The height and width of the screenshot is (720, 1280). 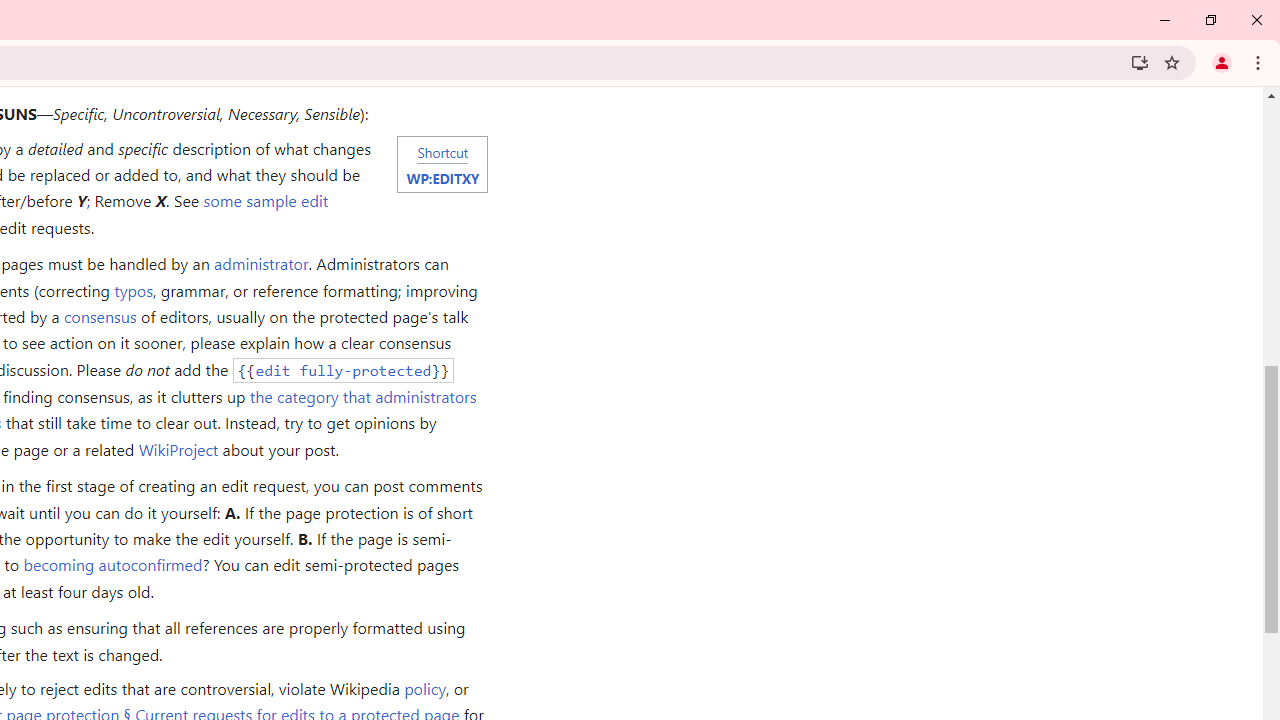 I want to click on 'WP:EDITXY', so click(x=441, y=176).